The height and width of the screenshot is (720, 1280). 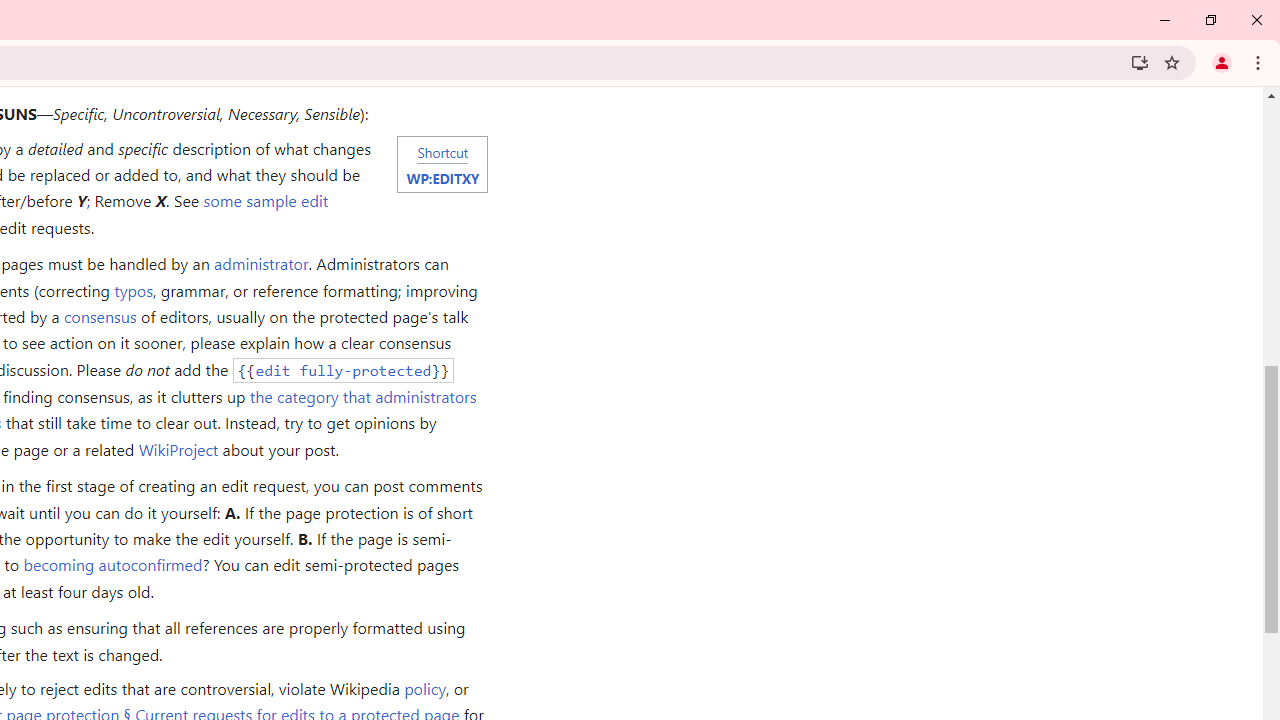 I want to click on 'WP:EDITXY', so click(x=441, y=176).